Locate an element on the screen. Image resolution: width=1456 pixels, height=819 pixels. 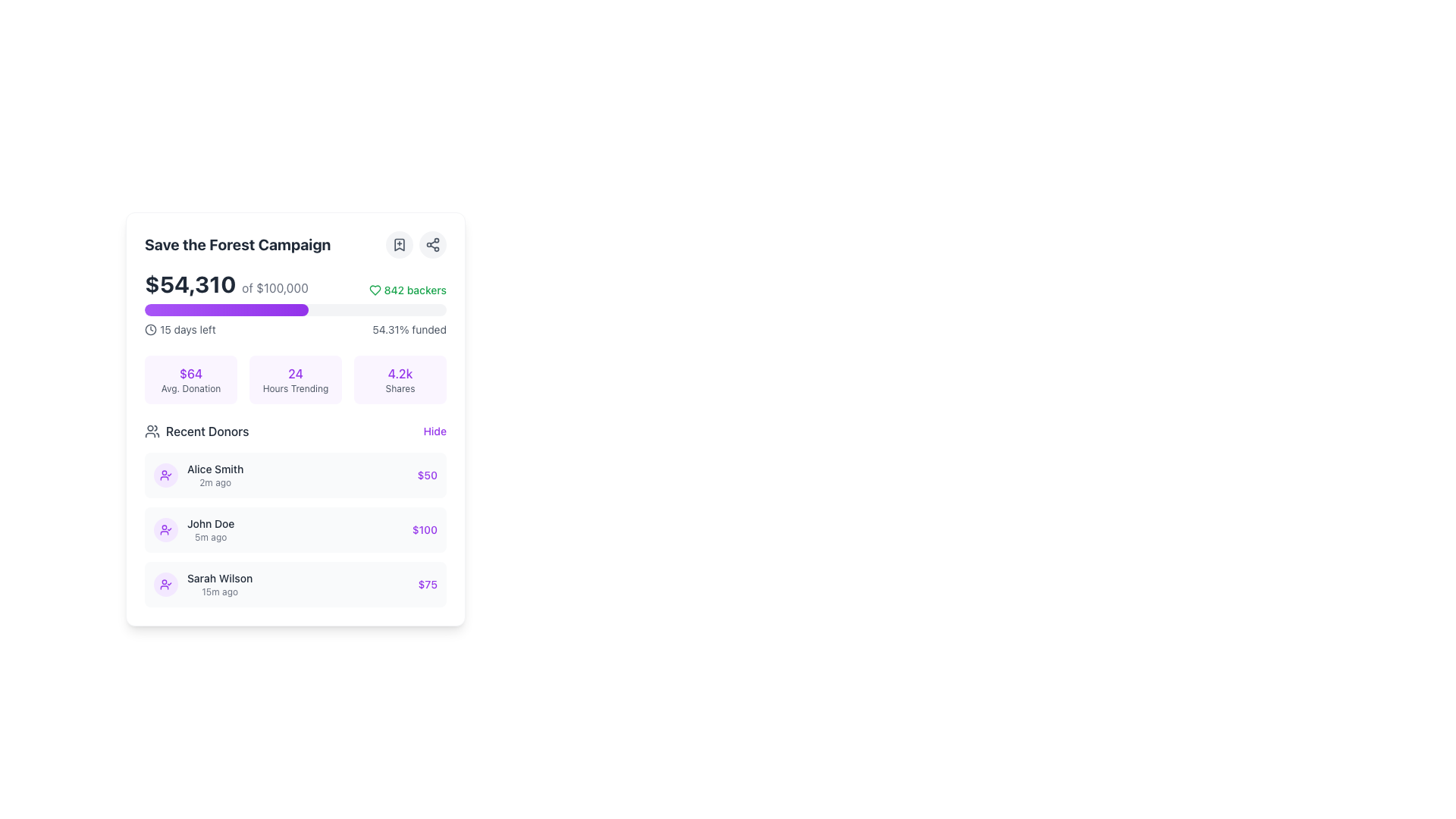
the purple text displaying '$64', which is styled with medium font weight and is situated in a rounded, light purple background, located above the smaller text 'Avg. Donation' is located at coordinates (190, 374).